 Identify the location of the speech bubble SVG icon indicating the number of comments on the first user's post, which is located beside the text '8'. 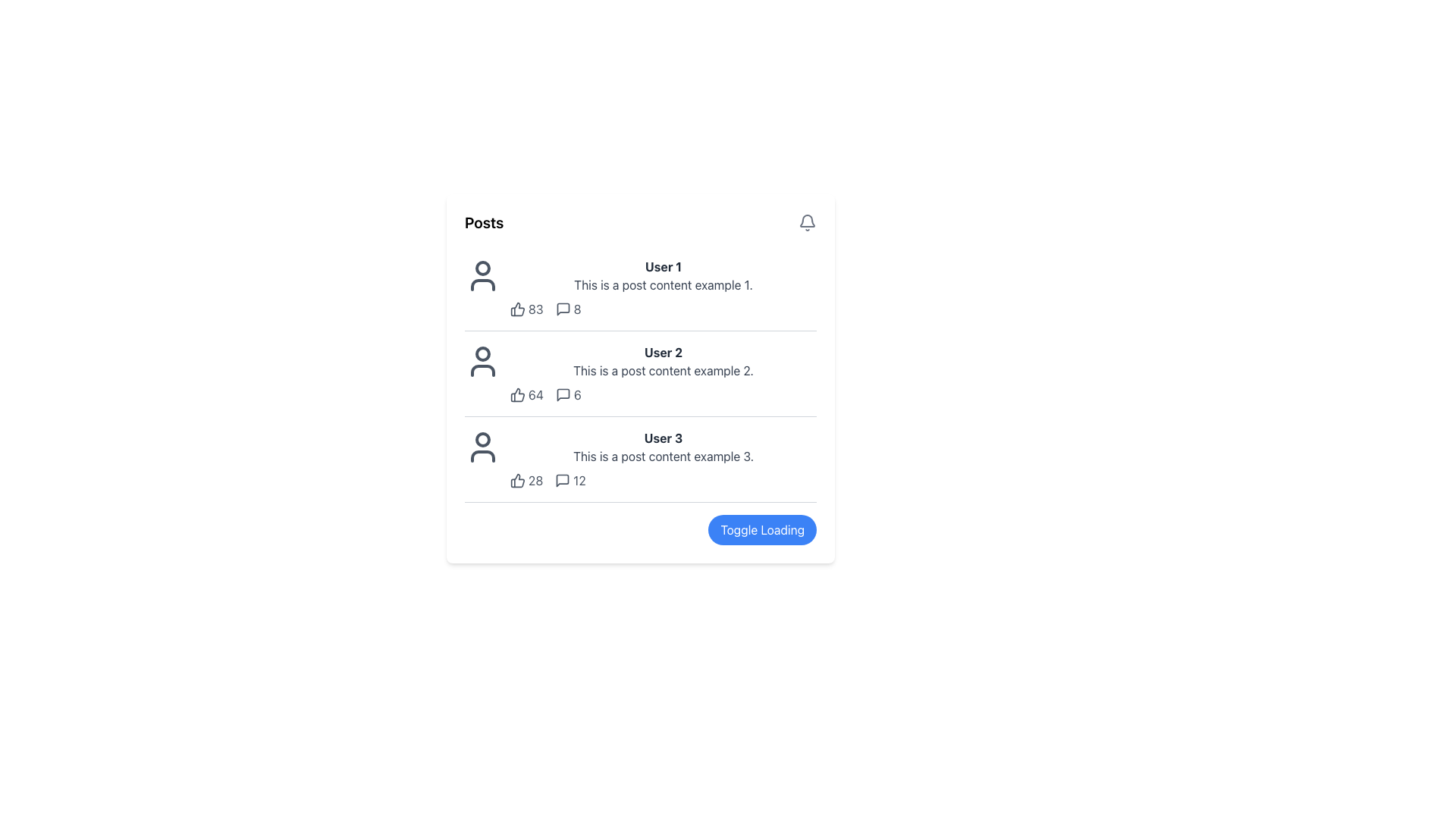
(562, 309).